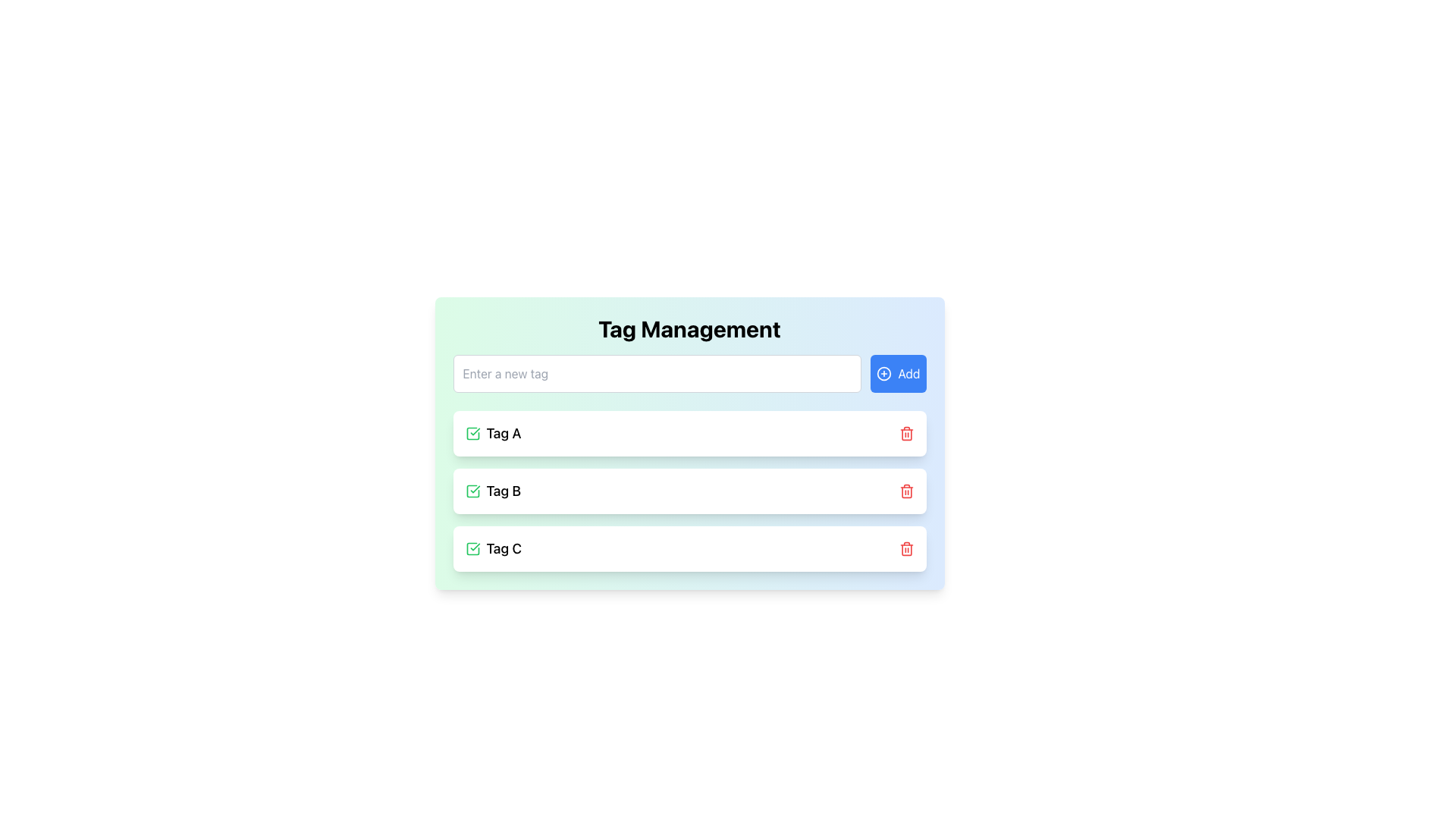  I want to click on the green square icon with rounded corners containing a checkmark symbol, located to the left of the text 'Tag C' in the third item of the vertical list, so click(472, 549).